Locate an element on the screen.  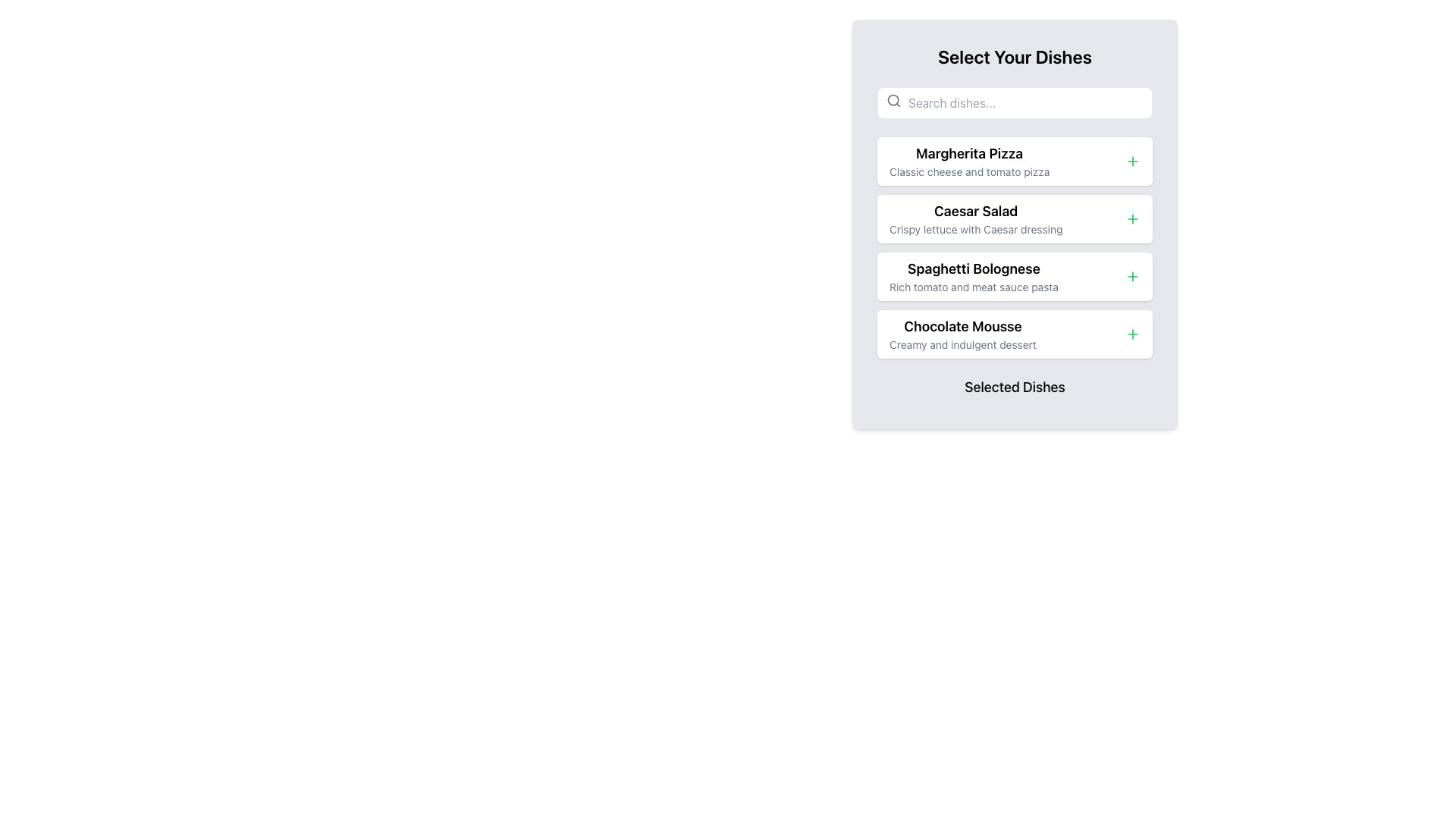
the 'Selected Dishes' label, which is a bold text label displayed against a light gray background, located beneath the 'Chocolate Mousse' dish entry is located at coordinates (1015, 386).